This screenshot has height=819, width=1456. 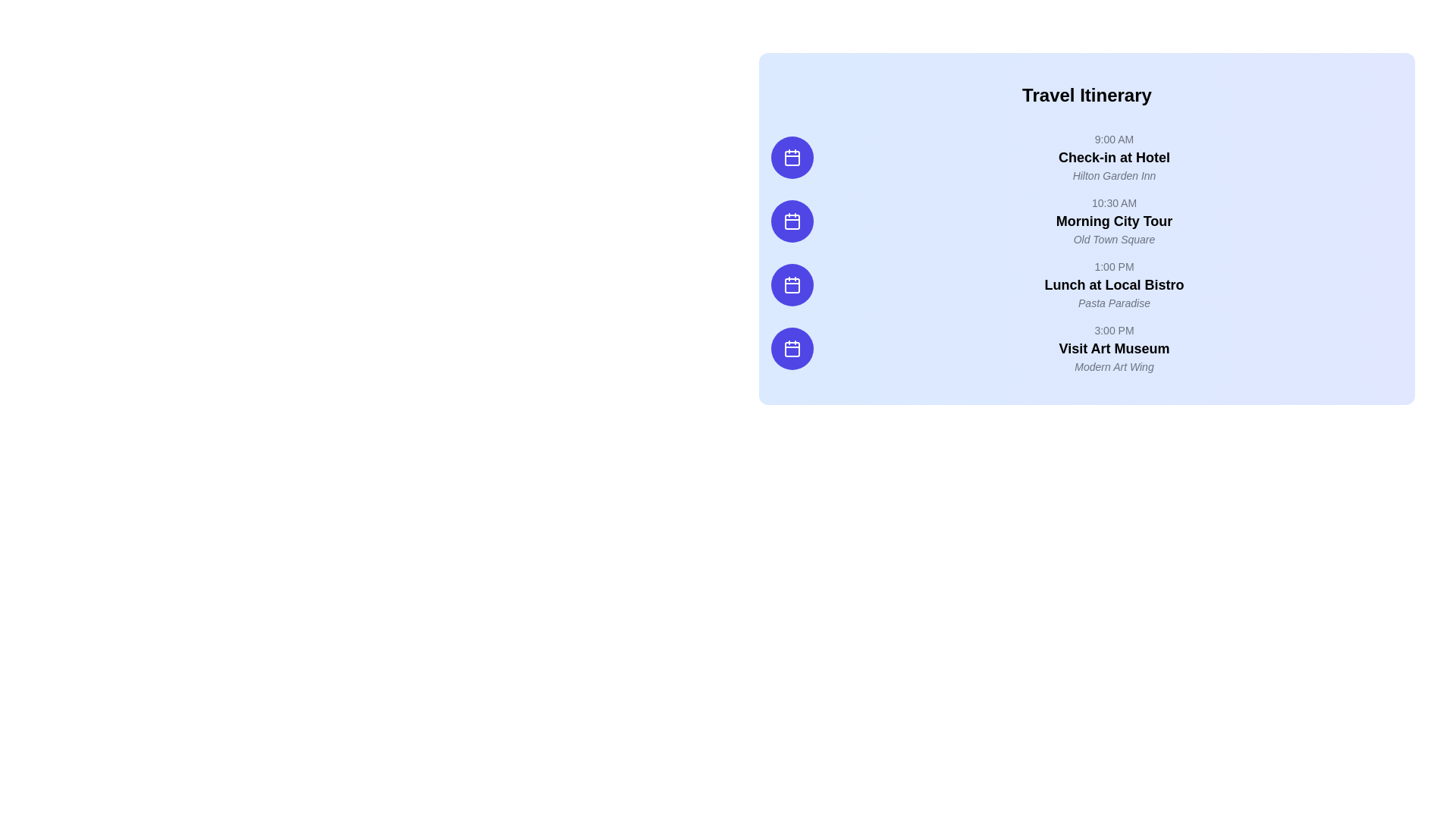 I want to click on the text label that describes an event in the travel itinerary, which is positioned below '3:00 PM' and above 'Modern Art Wing', so click(x=1114, y=348).